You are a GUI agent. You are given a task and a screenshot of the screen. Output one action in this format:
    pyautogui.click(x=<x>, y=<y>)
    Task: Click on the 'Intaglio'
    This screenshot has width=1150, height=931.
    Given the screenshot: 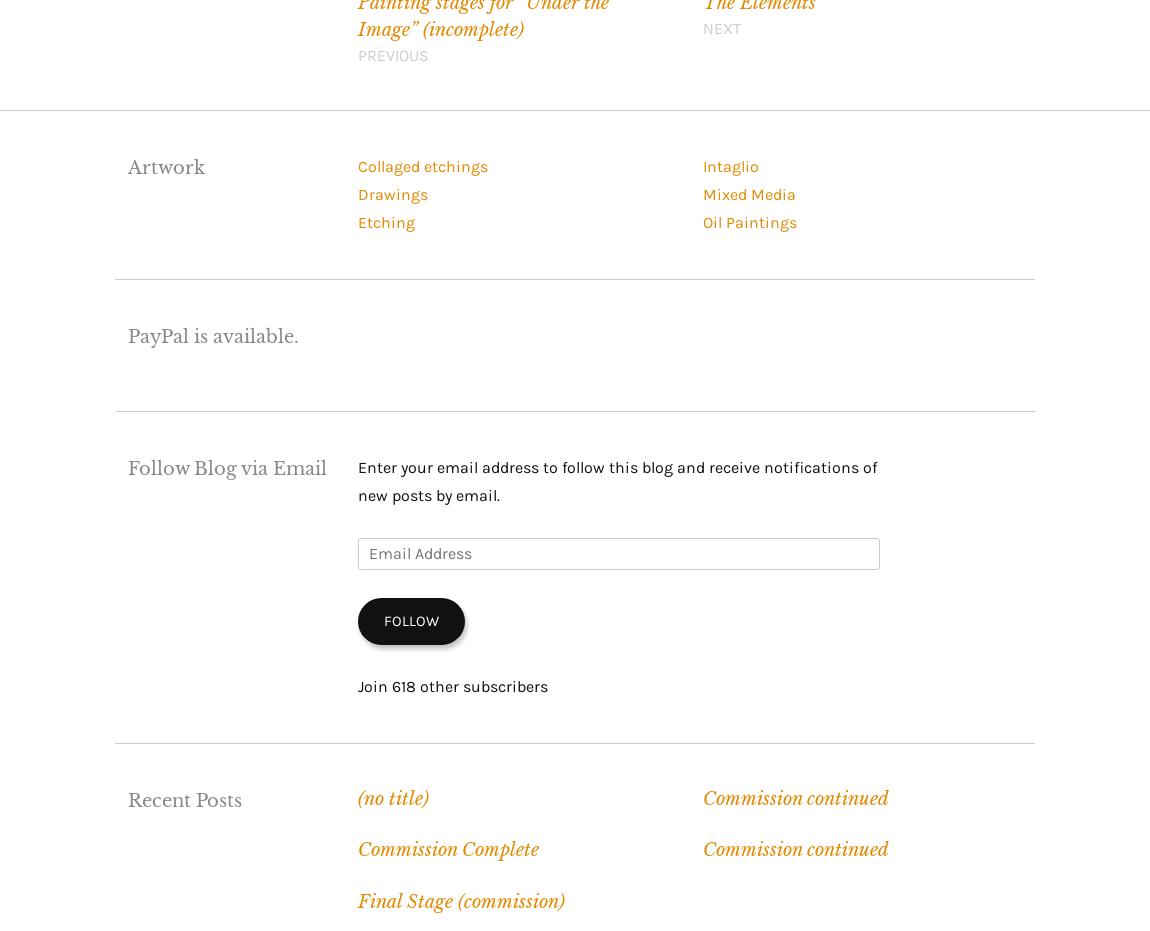 What is the action you would take?
    pyautogui.click(x=729, y=165)
    